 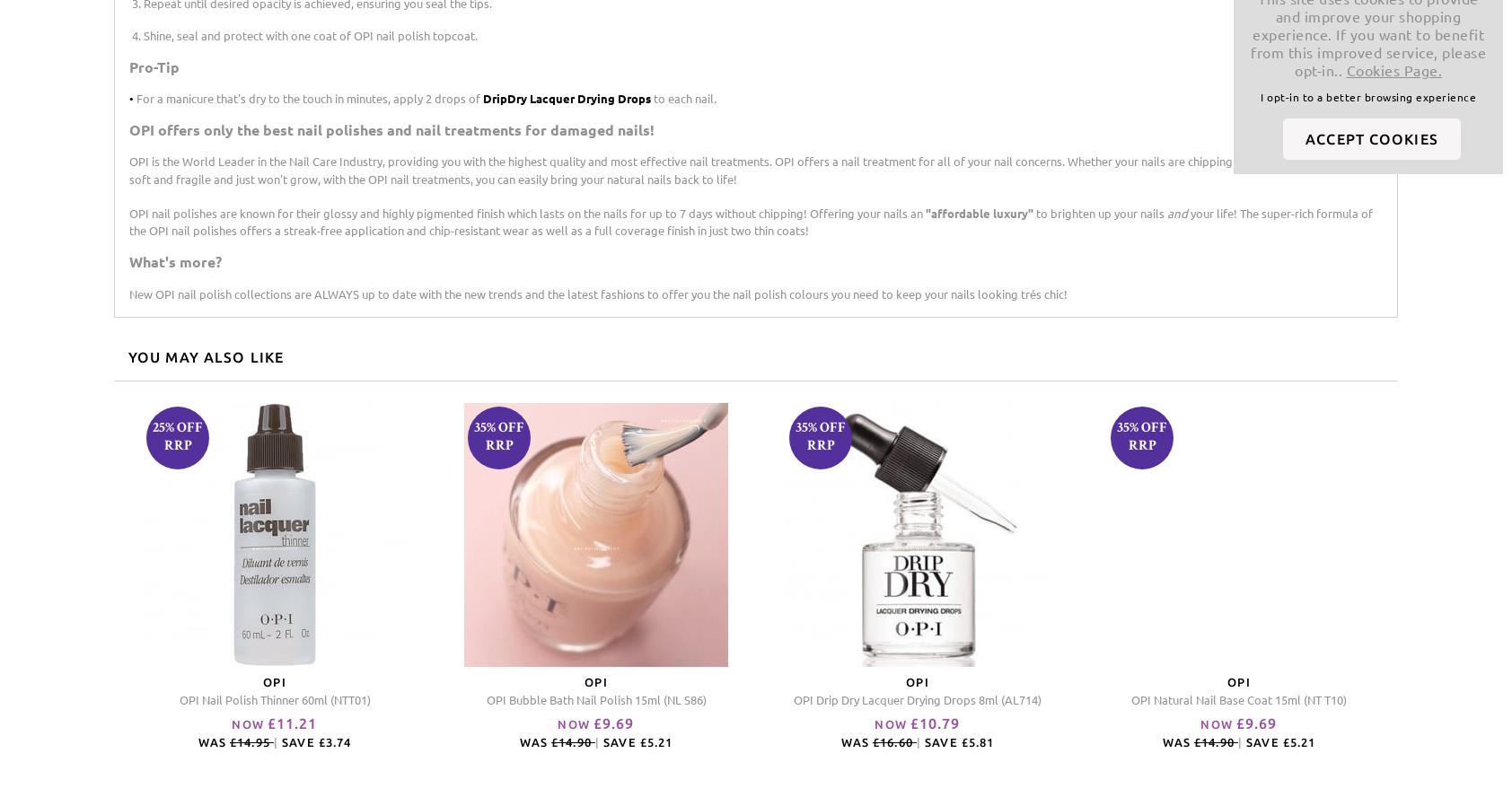 I want to click on '£16.60', so click(x=892, y=740).